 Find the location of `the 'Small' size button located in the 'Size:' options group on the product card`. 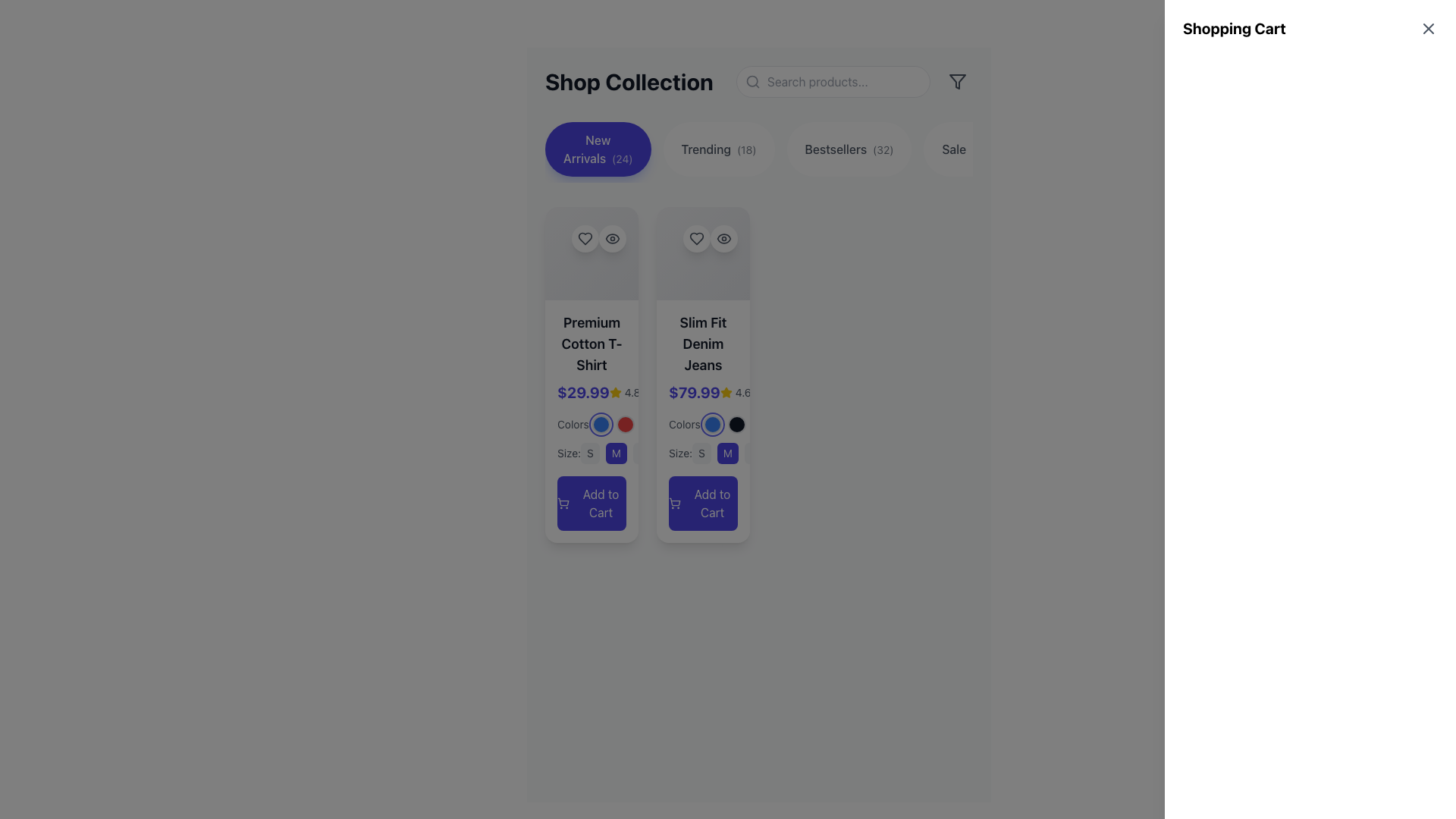

the 'Small' size button located in the 'Size:' options group on the product card is located at coordinates (591, 452).